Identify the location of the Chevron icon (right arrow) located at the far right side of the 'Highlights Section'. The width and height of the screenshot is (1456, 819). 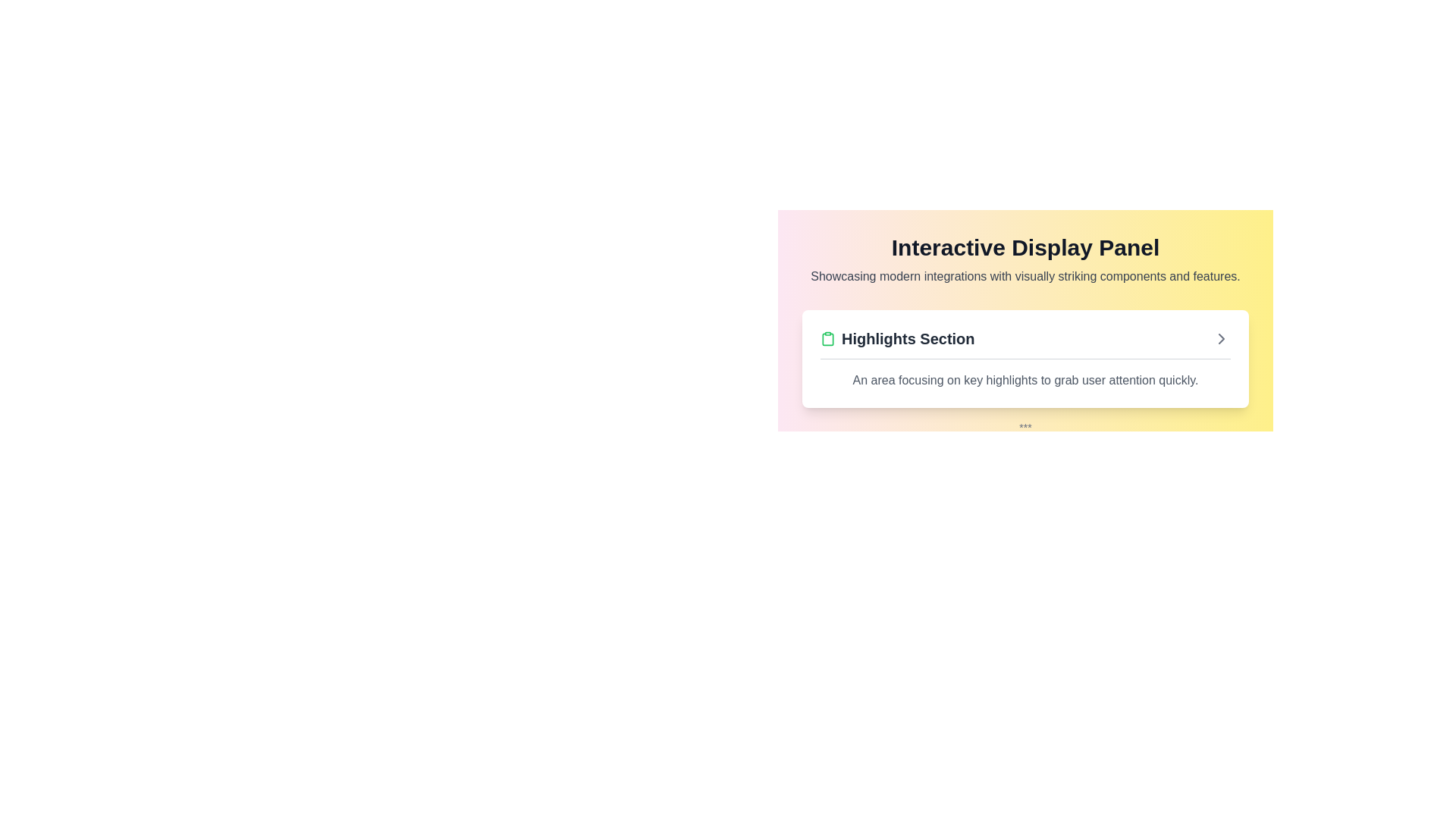
(1222, 338).